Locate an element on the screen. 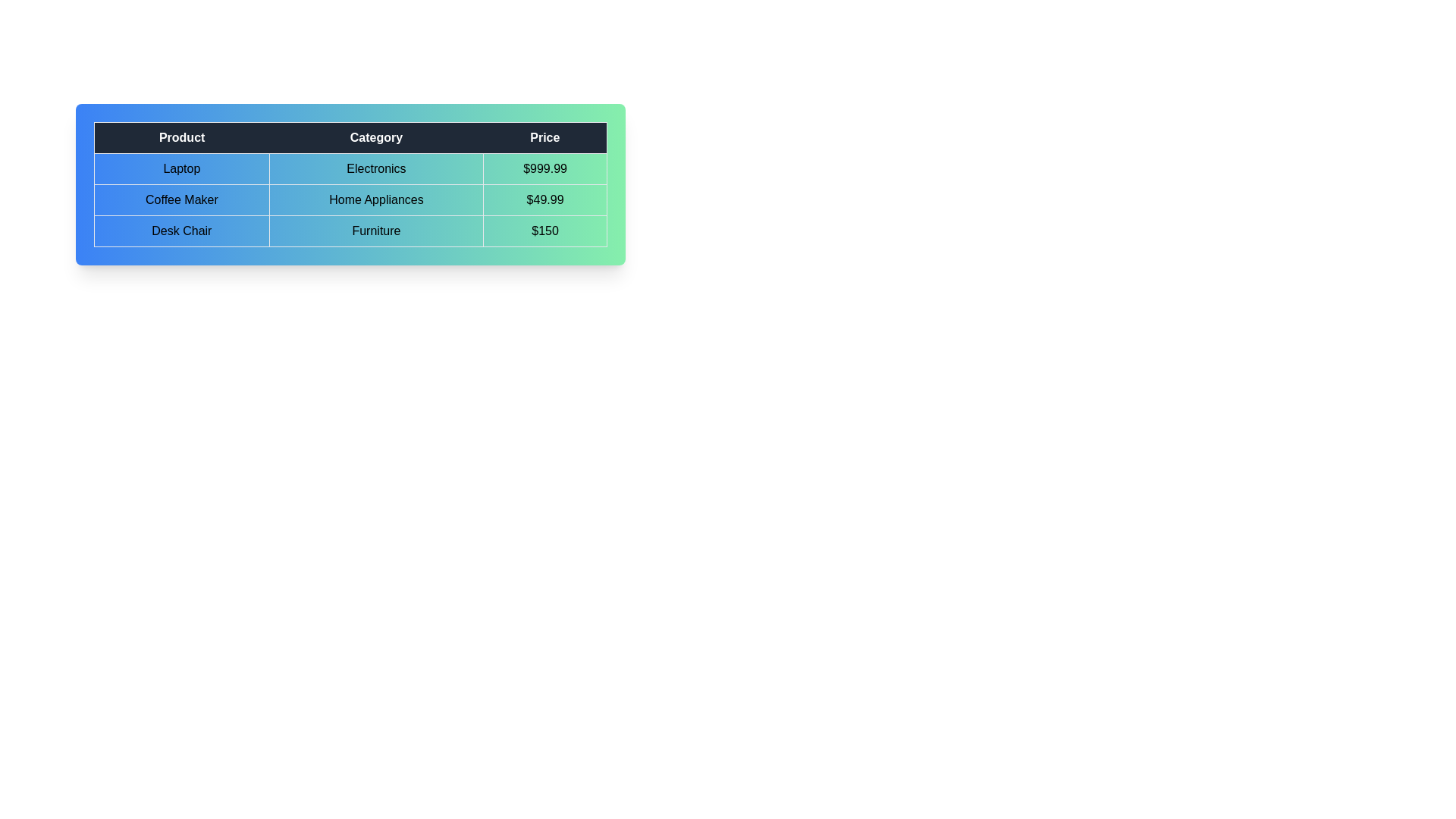  the first row of the product table that displays the product name, category, and price information is located at coordinates (350, 169).